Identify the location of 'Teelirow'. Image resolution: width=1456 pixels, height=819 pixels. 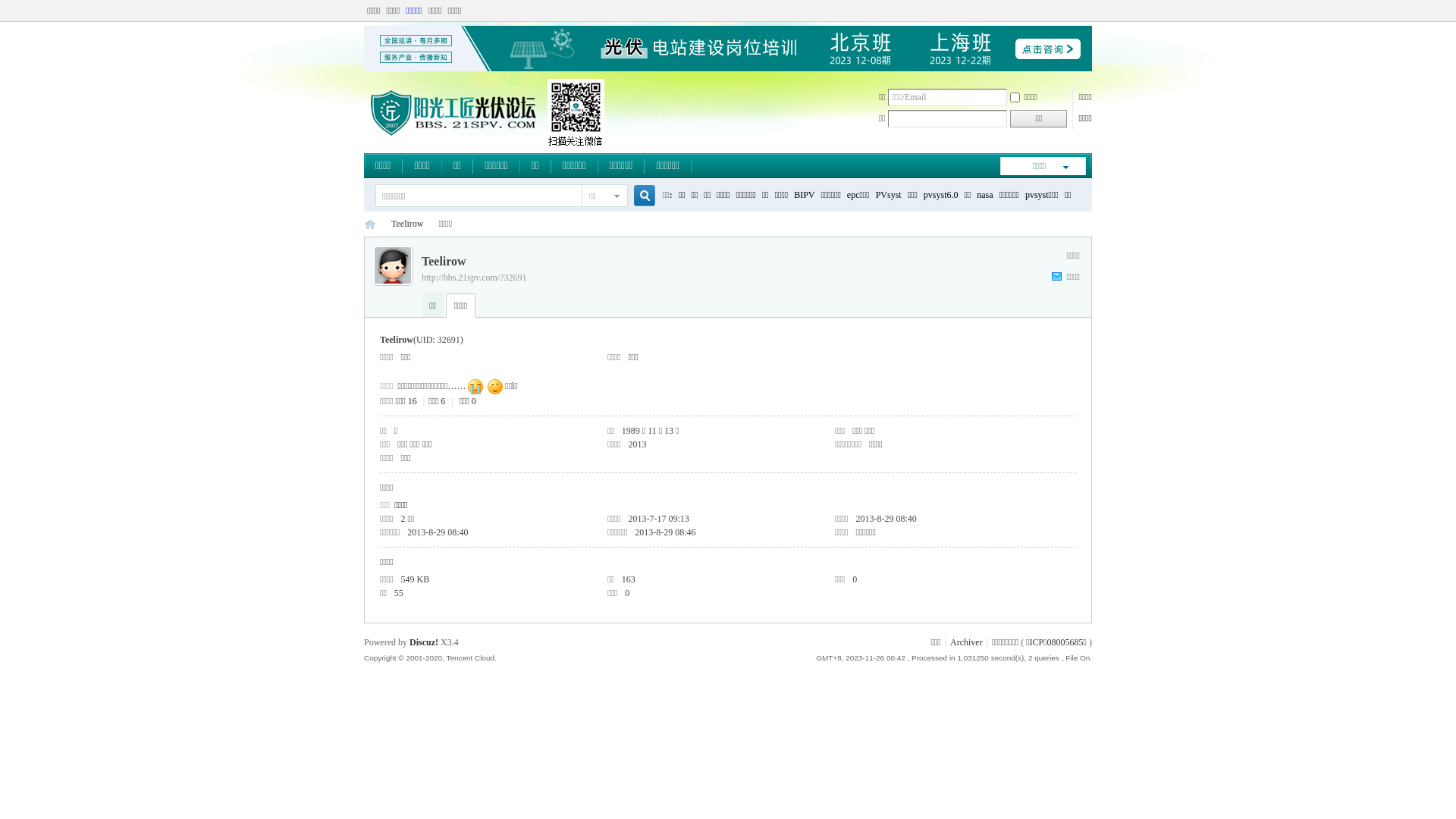
(407, 224).